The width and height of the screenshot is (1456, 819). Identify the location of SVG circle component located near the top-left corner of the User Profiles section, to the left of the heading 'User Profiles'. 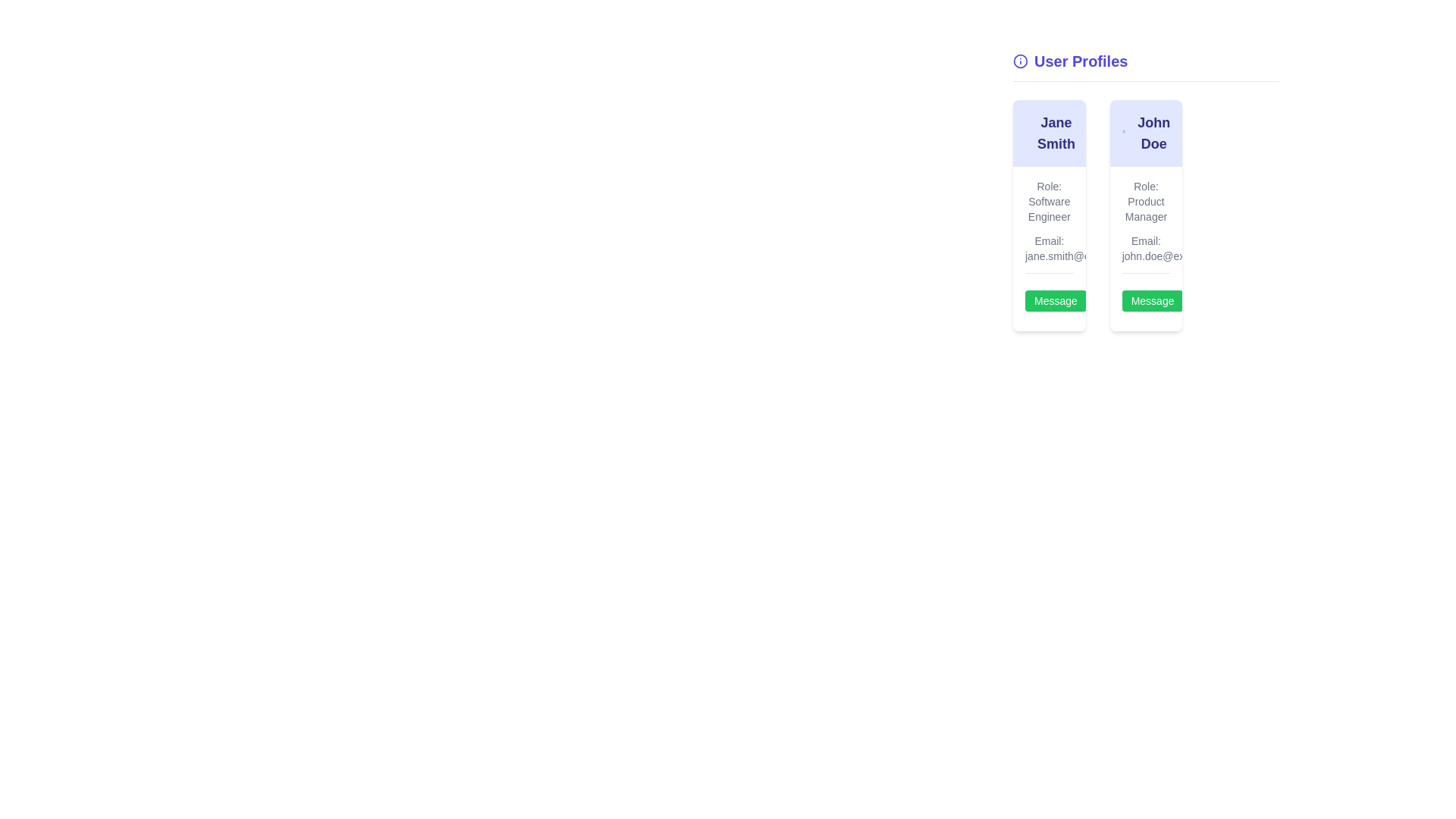
(1020, 61).